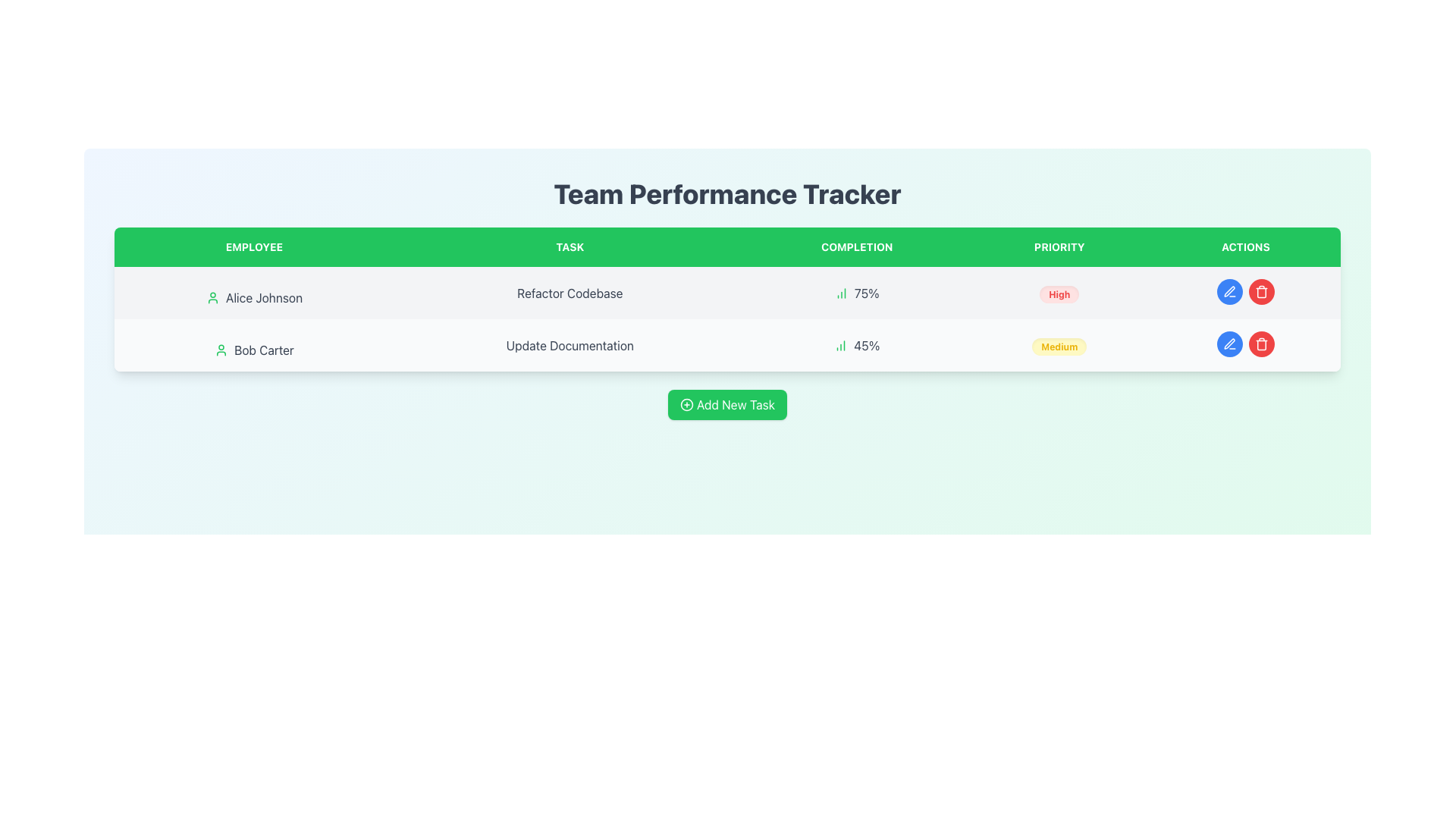 The height and width of the screenshot is (819, 1456). What do you see at coordinates (1261, 292) in the screenshot?
I see `the second circular 'Delete' button in the 'Actions' column of the second row in the table` at bounding box center [1261, 292].